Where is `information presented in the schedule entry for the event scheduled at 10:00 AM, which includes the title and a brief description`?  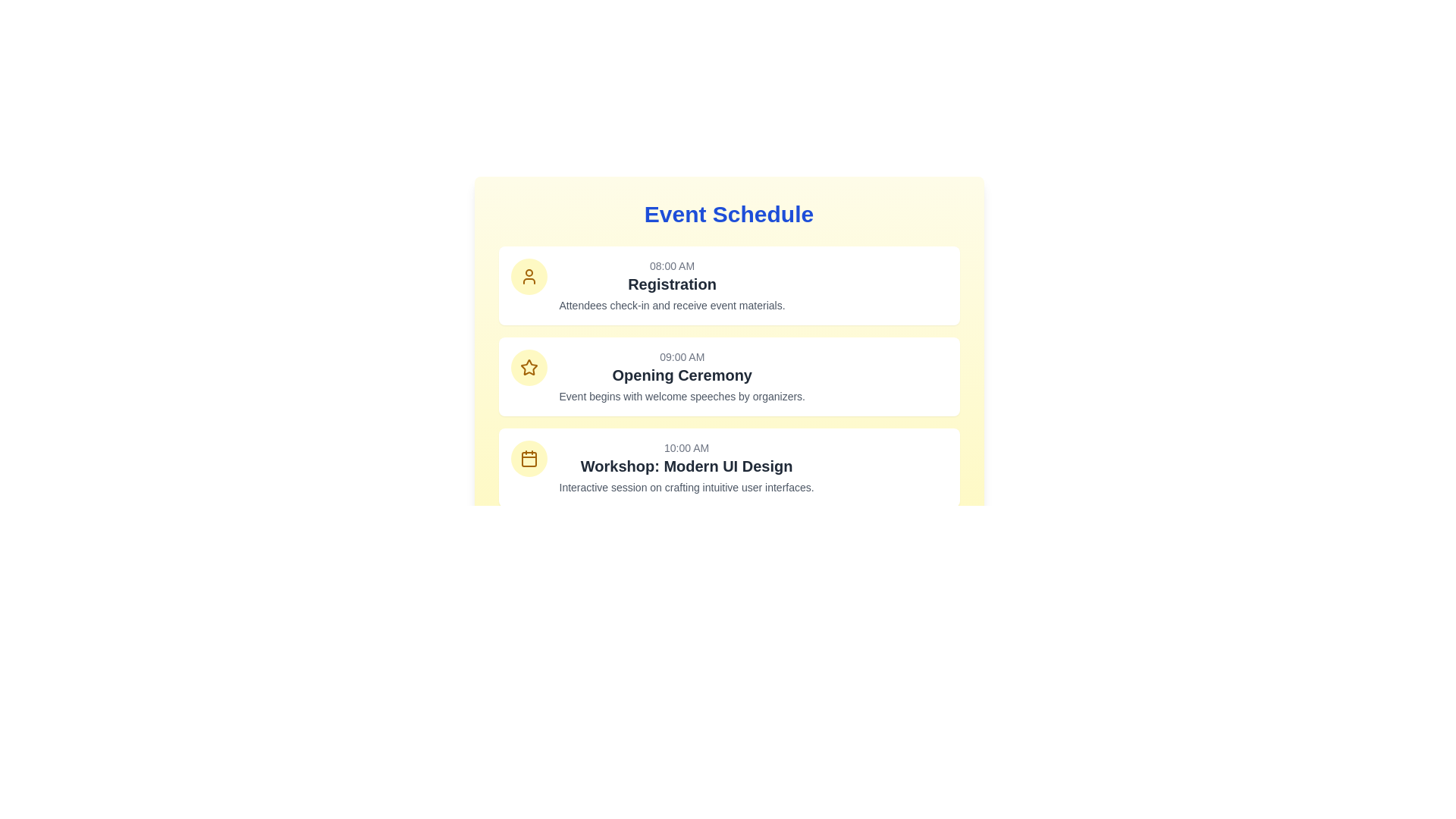 information presented in the schedule entry for the event scheduled at 10:00 AM, which includes the title and a brief description is located at coordinates (686, 467).